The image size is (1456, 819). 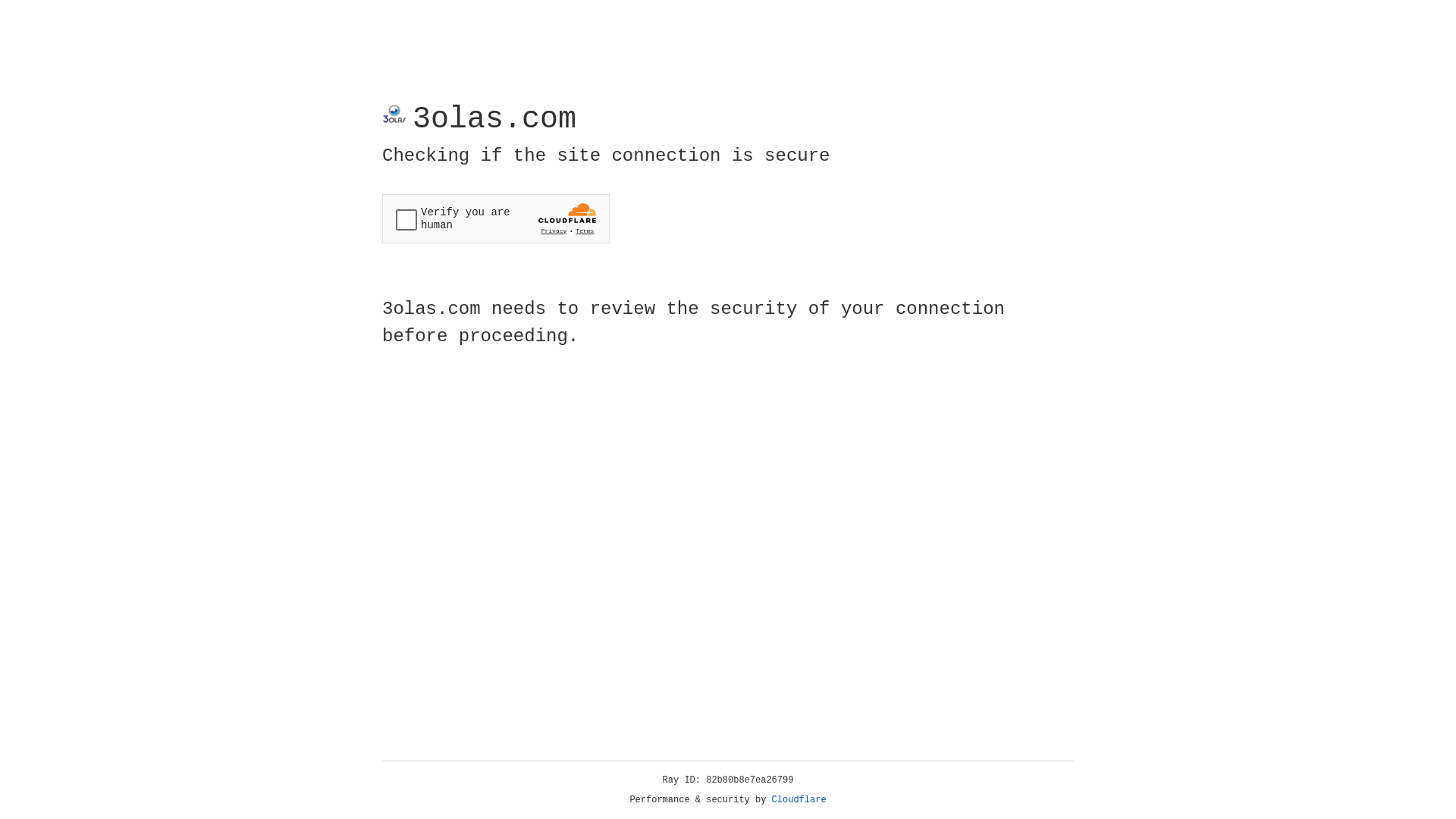 What do you see at coordinates (495, 218) in the screenshot?
I see `'Widget containing a Cloudflare security challenge'` at bounding box center [495, 218].